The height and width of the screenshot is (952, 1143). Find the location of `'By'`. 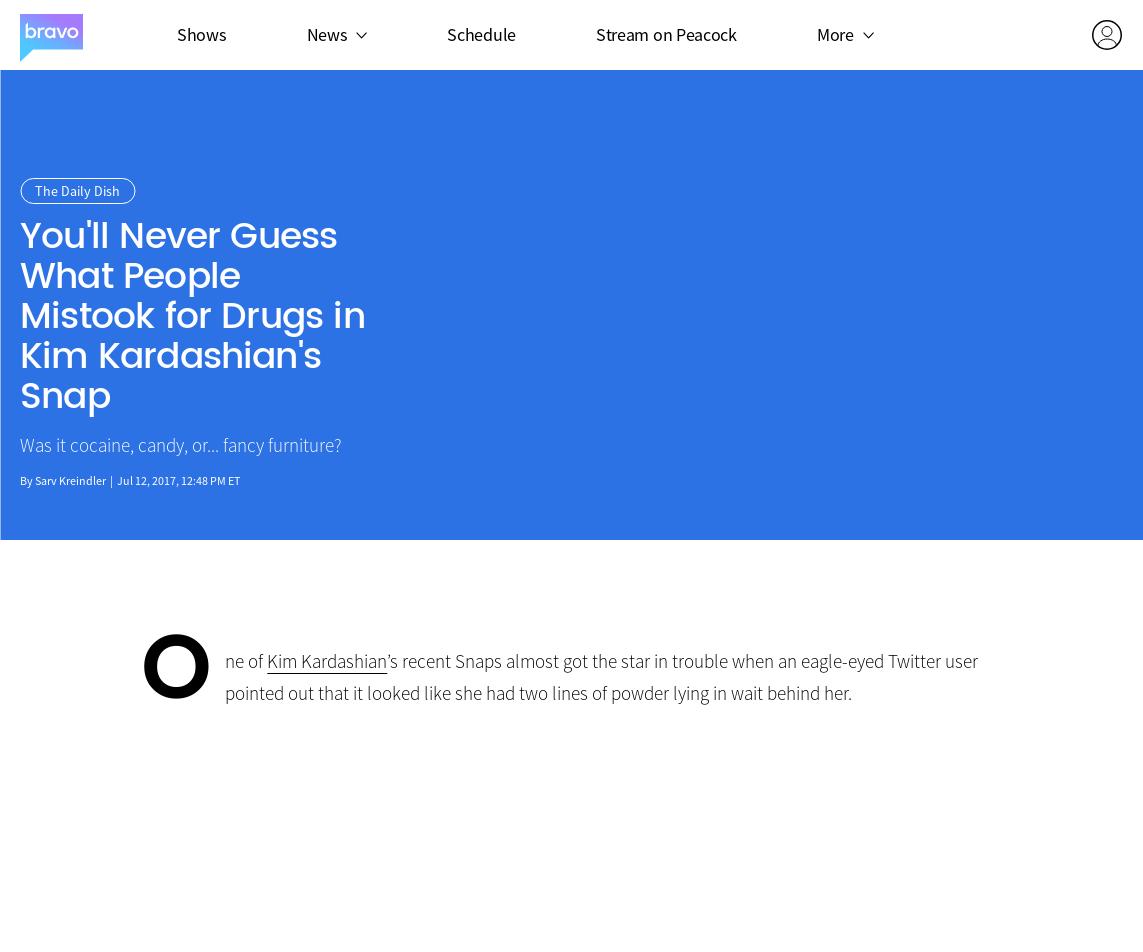

'By' is located at coordinates (27, 480).